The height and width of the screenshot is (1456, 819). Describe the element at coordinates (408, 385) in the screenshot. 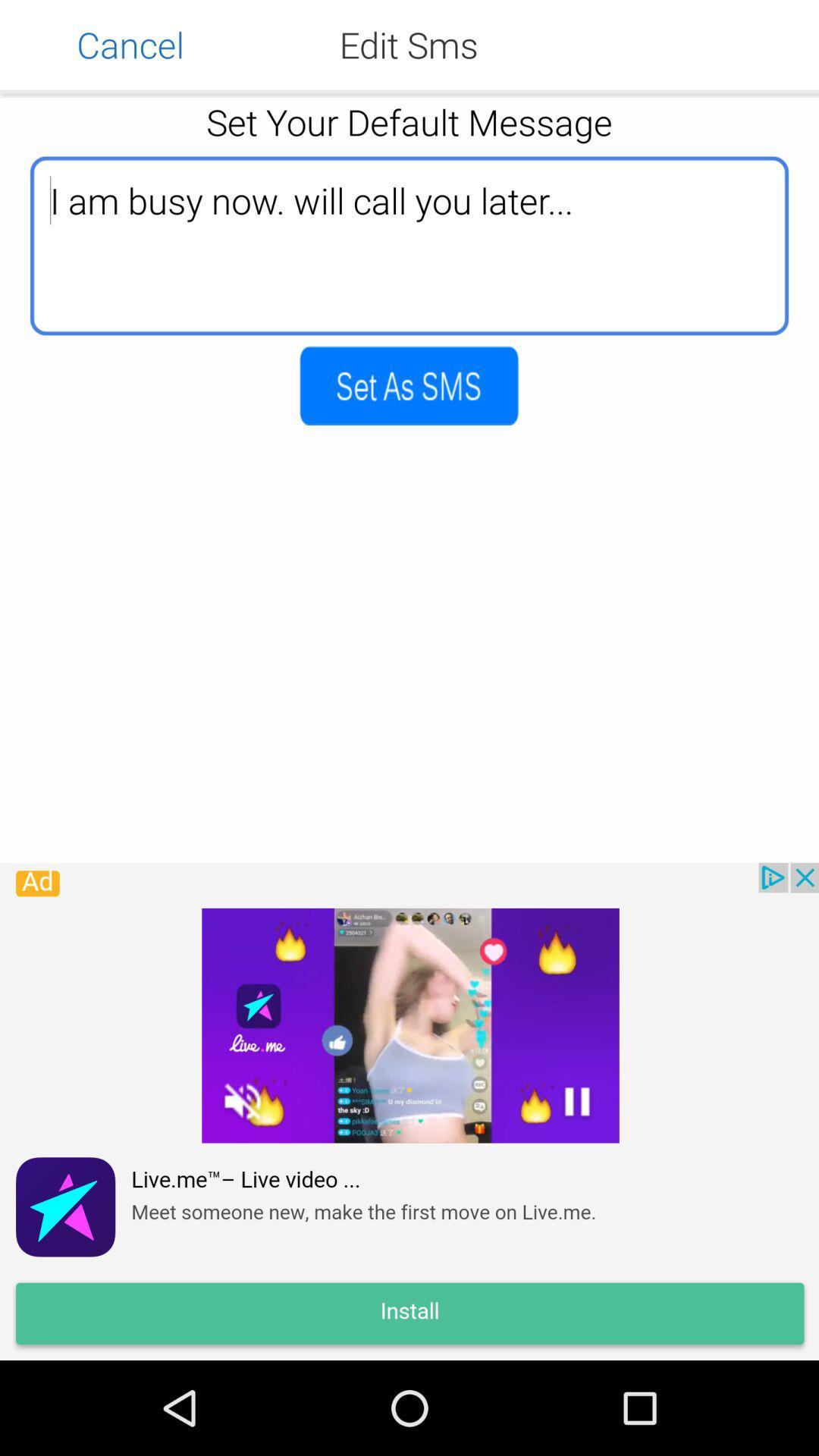

I see `type as sms page` at that location.